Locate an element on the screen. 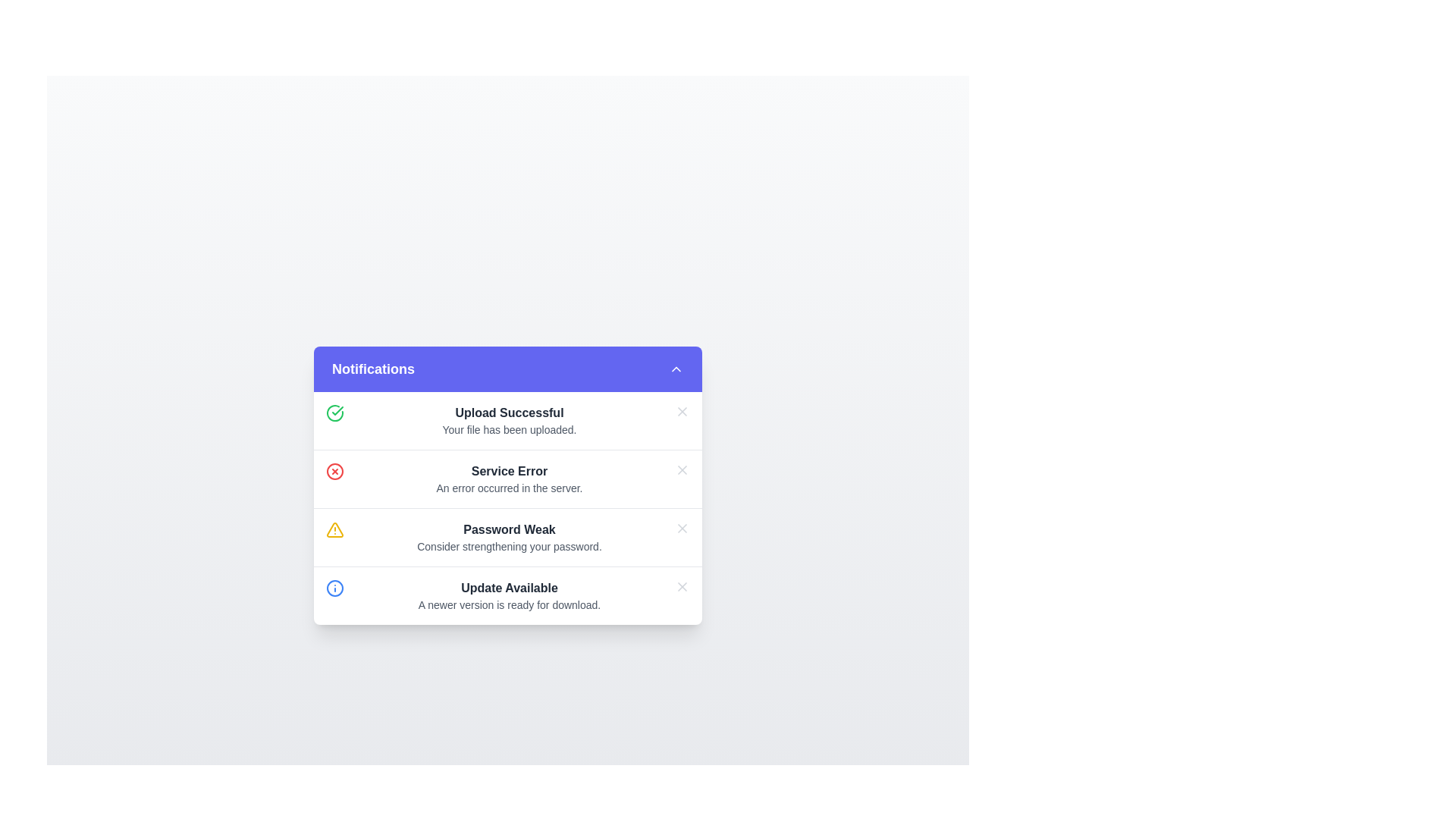 This screenshot has height=819, width=1456. notification message display area that shows 'Update Available' in bold and 'A newer version is ready for download.' is located at coordinates (510, 595).